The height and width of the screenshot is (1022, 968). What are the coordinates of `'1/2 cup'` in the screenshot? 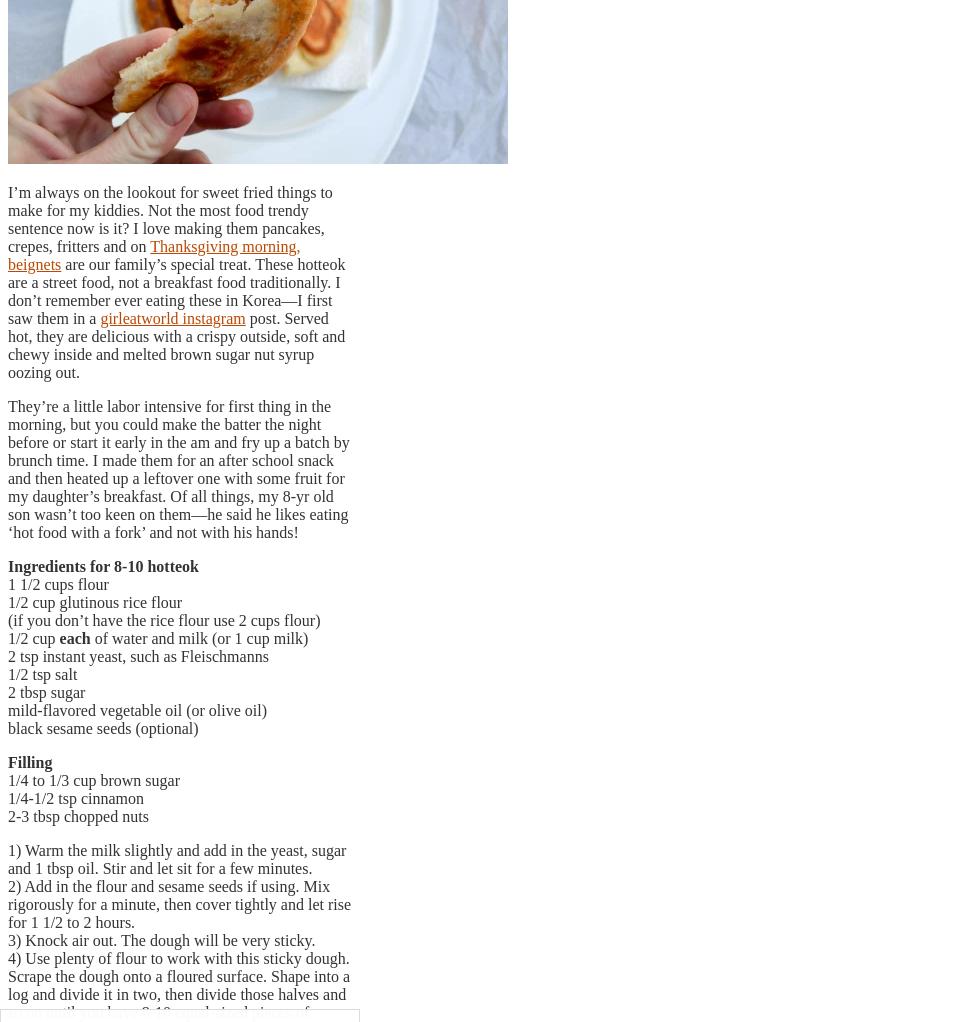 It's located at (8, 637).